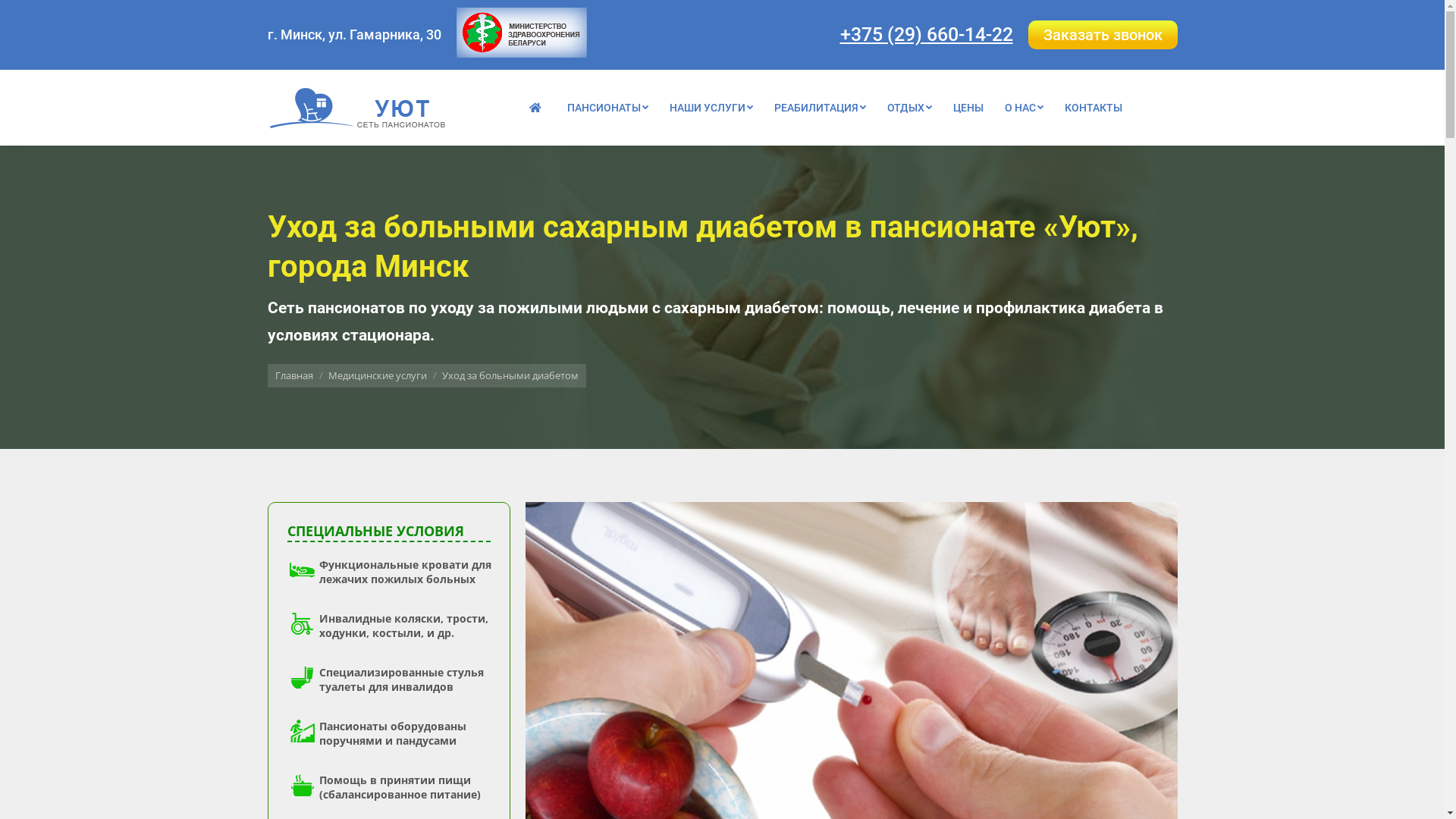 The height and width of the screenshot is (819, 1456). What do you see at coordinates (926, 33) in the screenshot?
I see `'+375 (29) 660-14-22'` at bounding box center [926, 33].